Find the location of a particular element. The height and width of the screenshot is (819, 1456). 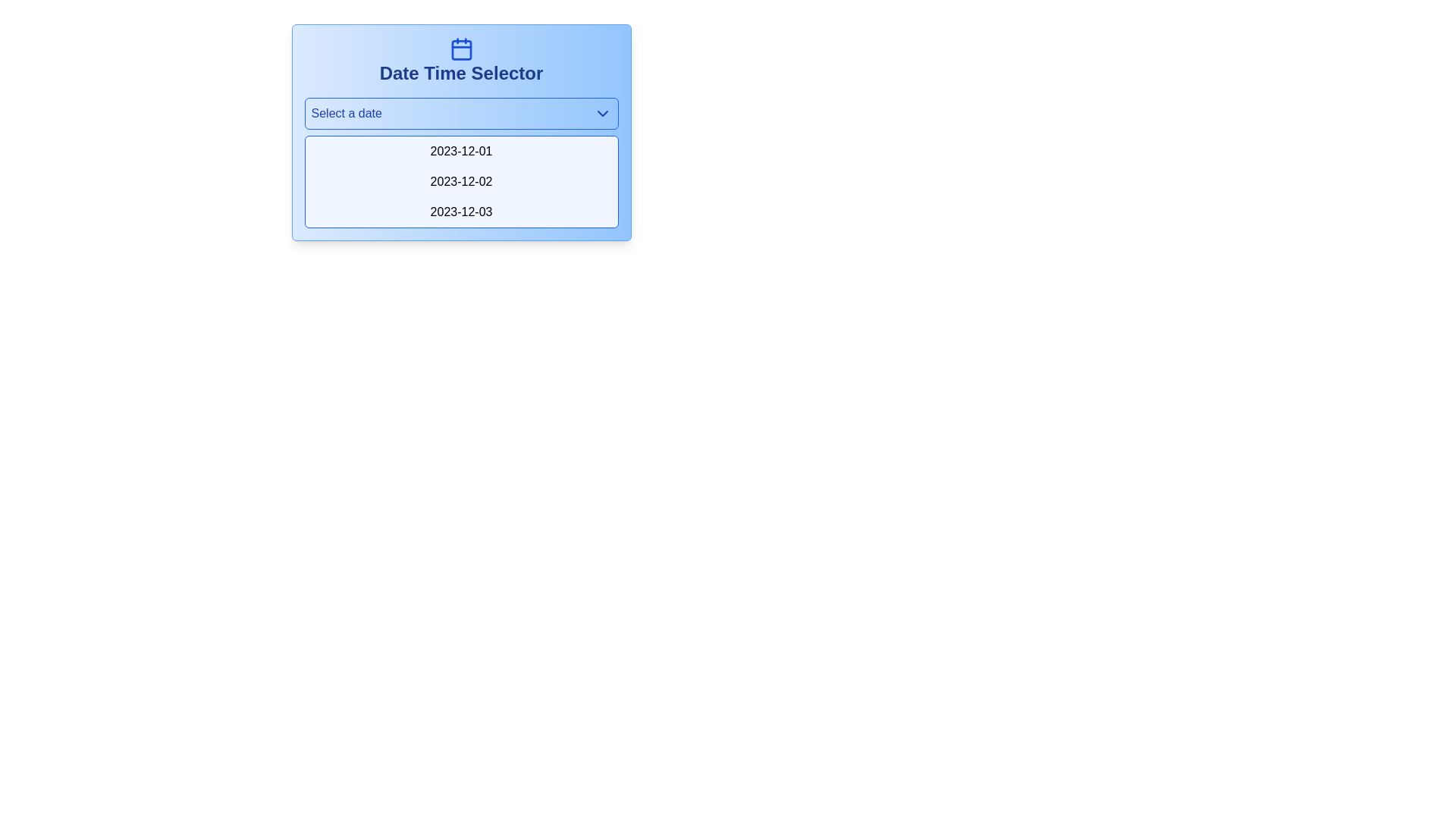

the decorative graphical component of the calendar icon located centrally above the 'Date Time Selector' label is located at coordinates (460, 49).